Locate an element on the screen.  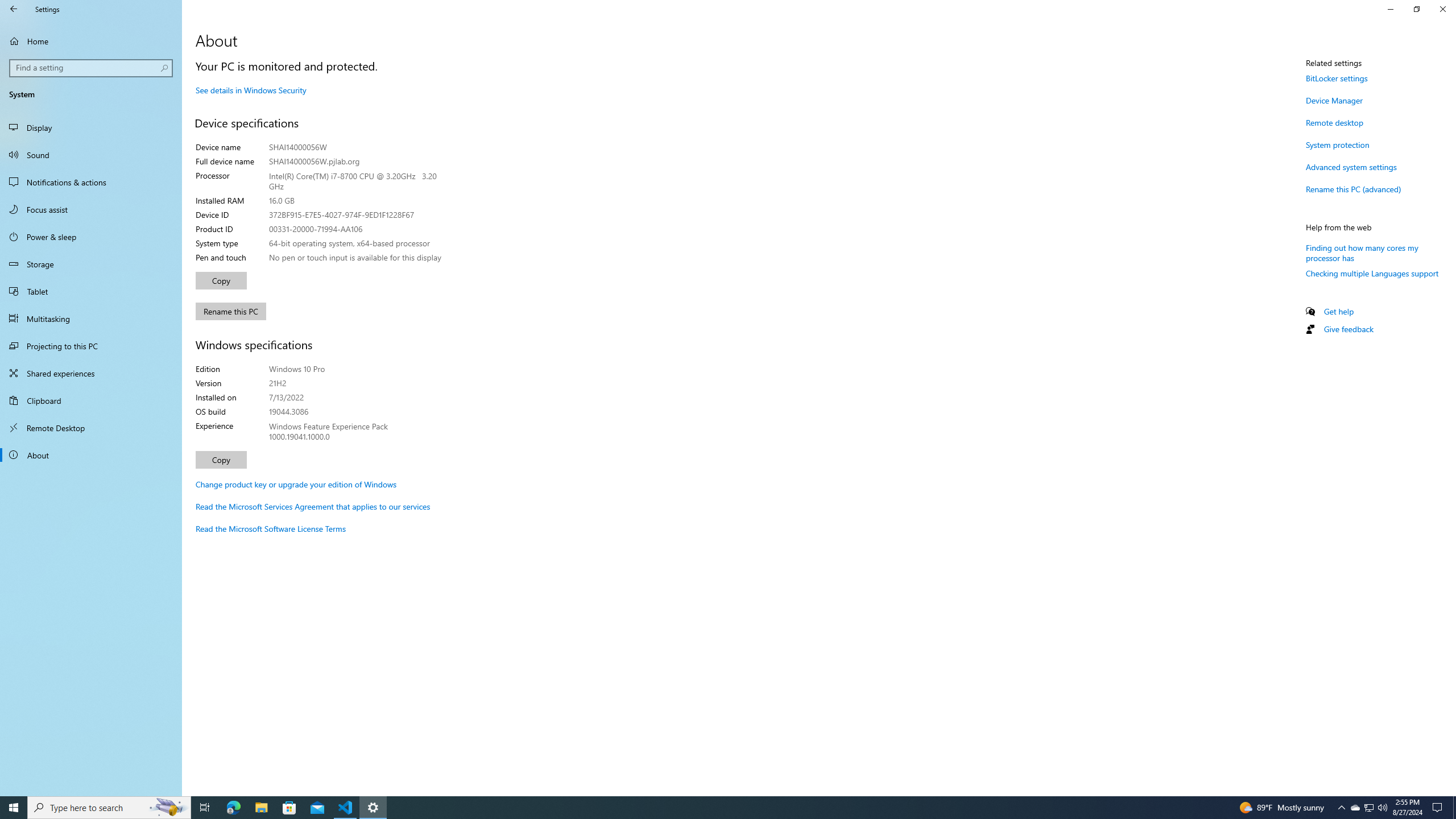
'Rename this PC (advanced)' is located at coordinates (1352, 189).